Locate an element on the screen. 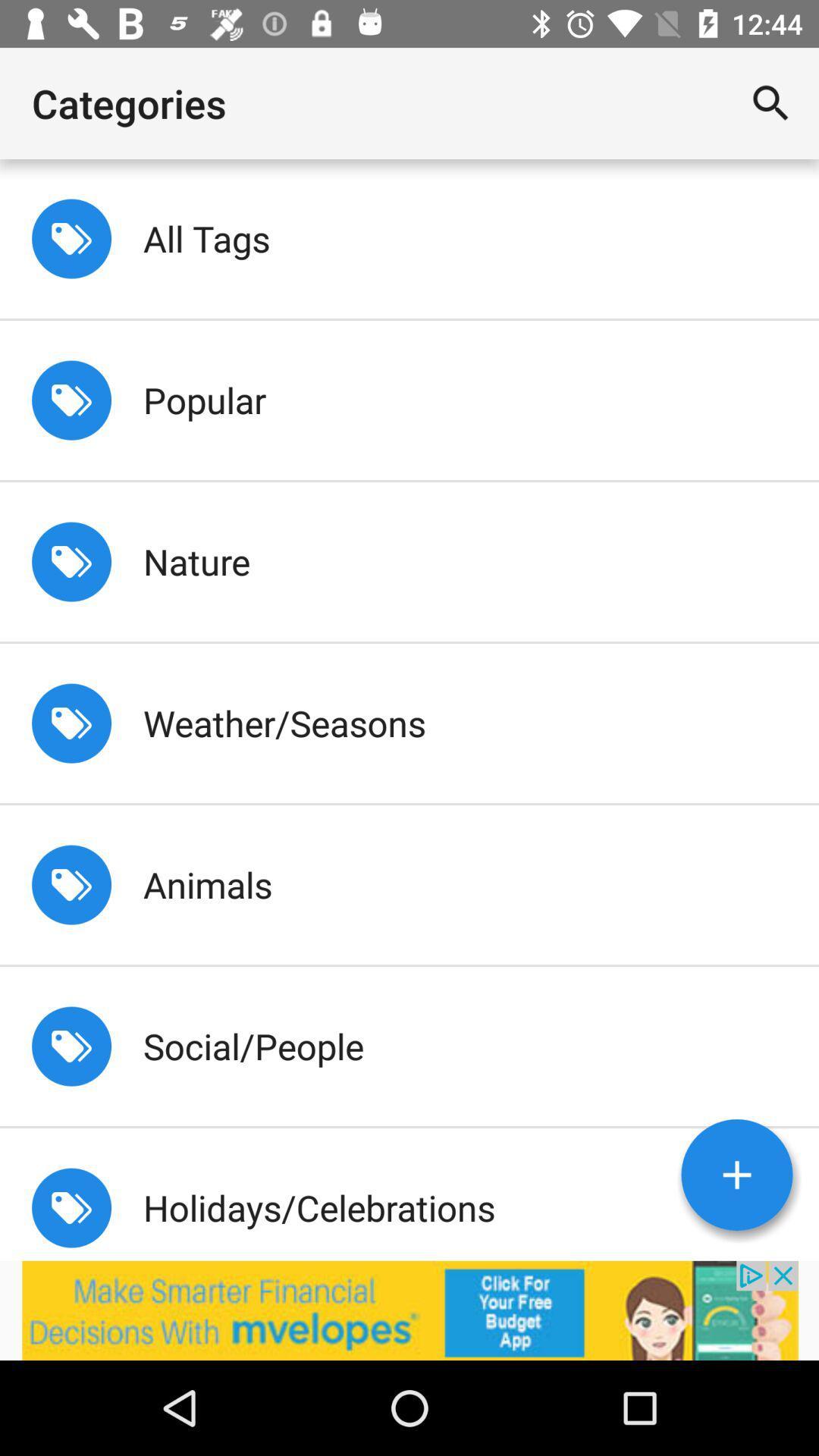  the add icon is located at coordinates (736, 1174).